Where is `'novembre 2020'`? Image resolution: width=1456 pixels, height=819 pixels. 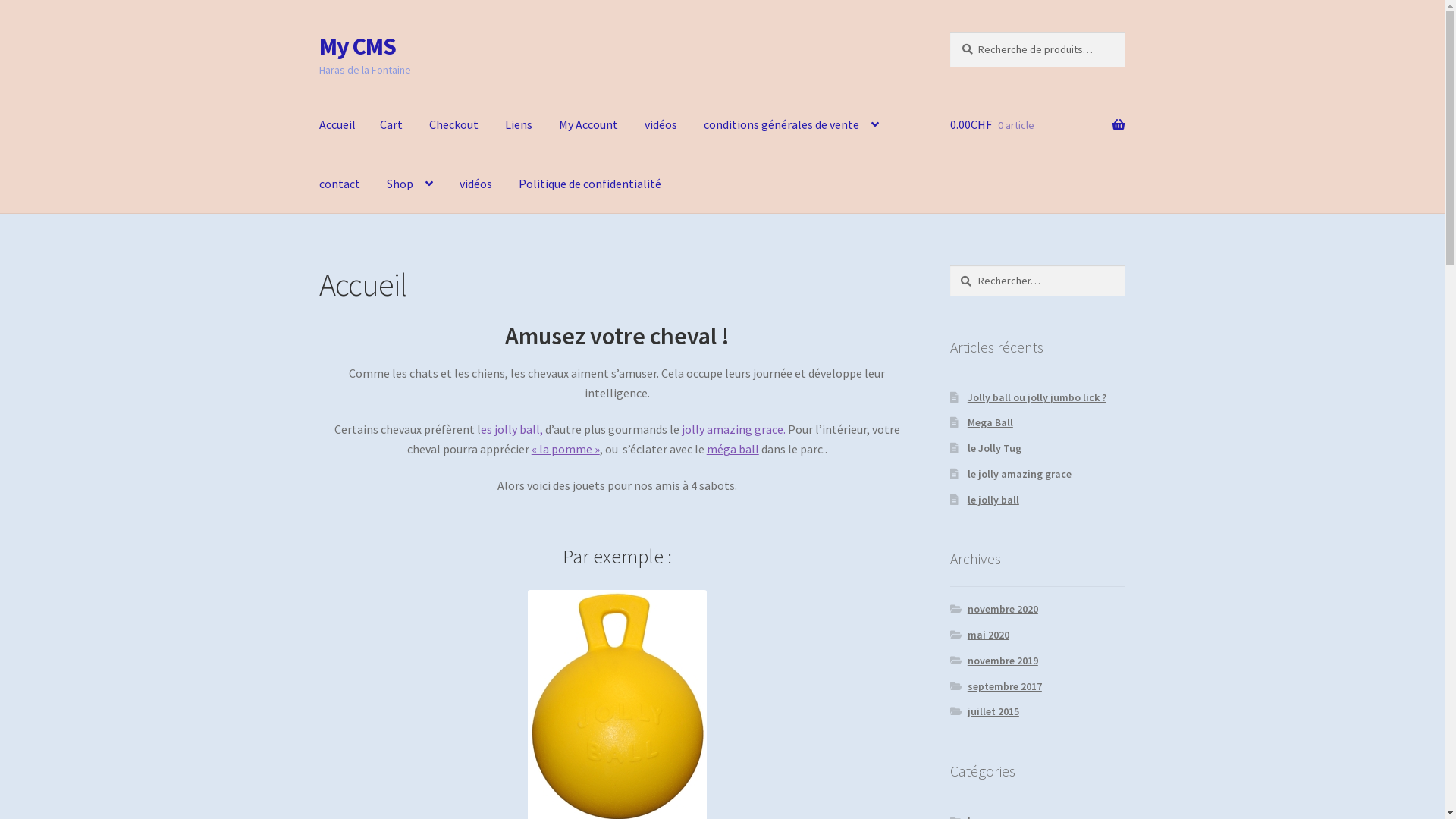
'novembre 2020' is located at coordinates (1003, 607).